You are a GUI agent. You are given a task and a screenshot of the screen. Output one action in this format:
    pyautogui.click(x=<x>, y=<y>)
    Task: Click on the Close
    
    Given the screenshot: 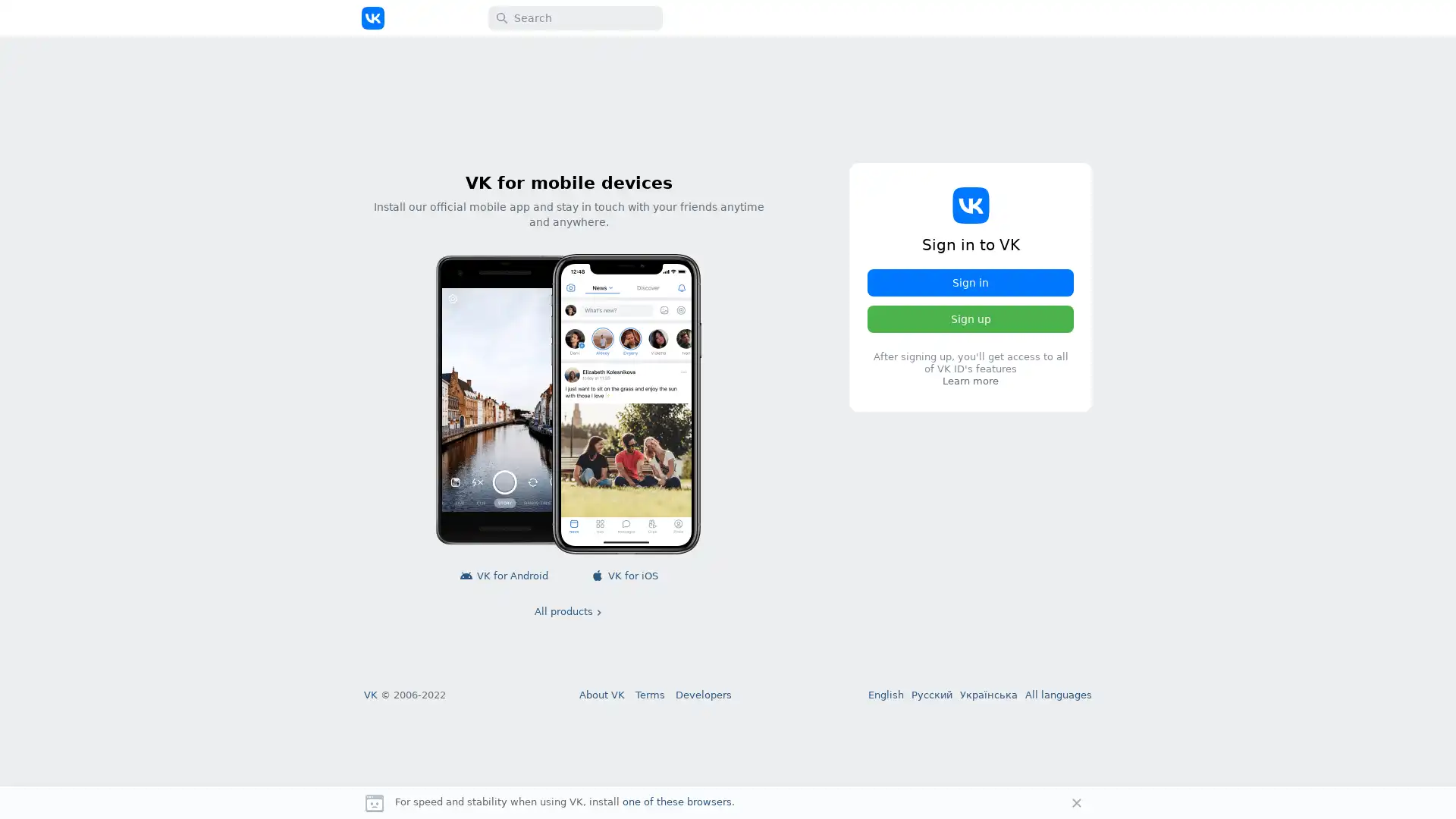 What is the action you would take?
    pyautogui.click(x=1076, y=802)
    